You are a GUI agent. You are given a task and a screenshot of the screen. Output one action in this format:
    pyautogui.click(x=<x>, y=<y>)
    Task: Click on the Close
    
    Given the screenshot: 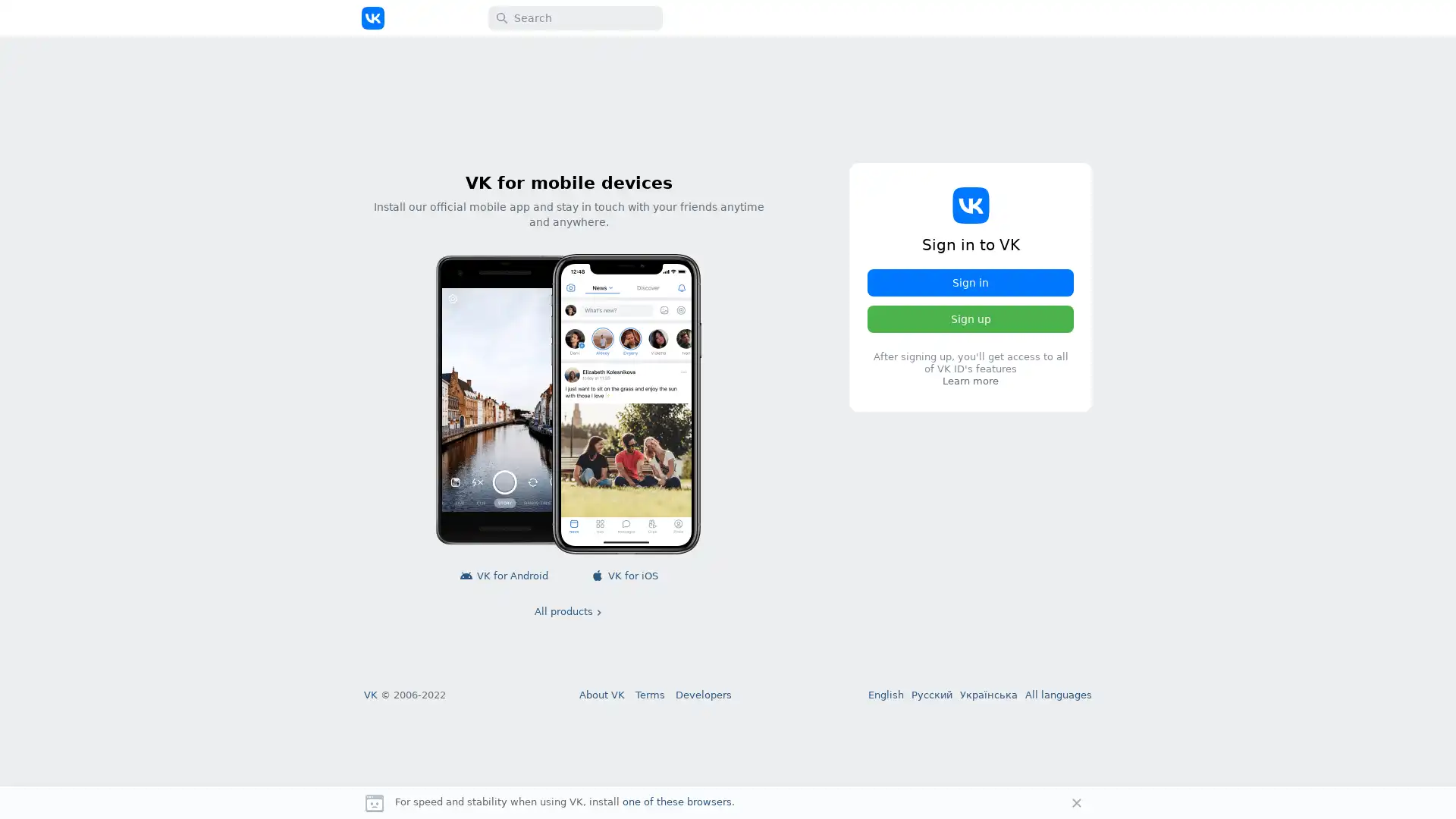 What is the action you would take?
    pyautogui.click(x=1076, y=802)
    